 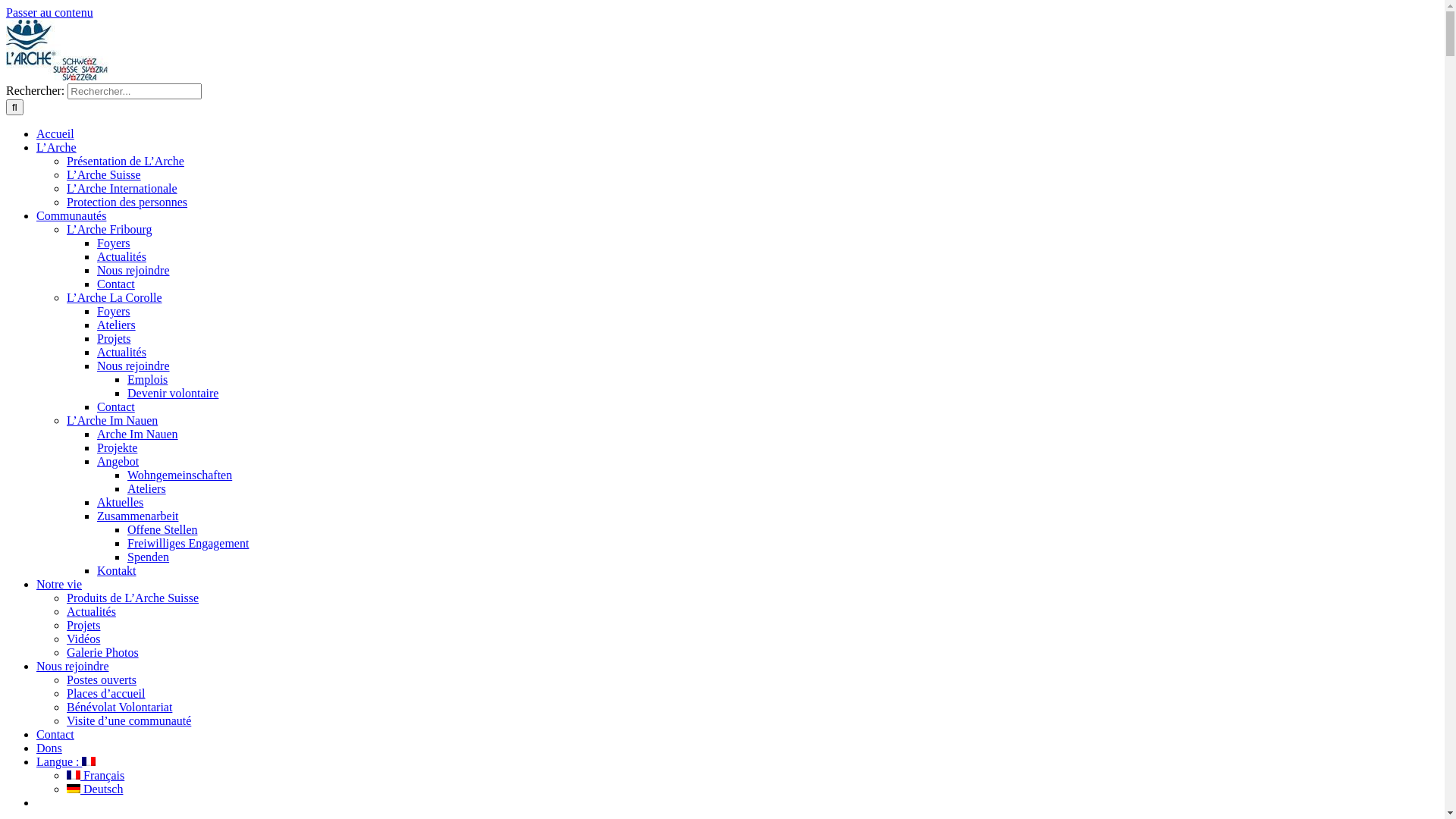 I want to click on 'Ateliers', so click(x=127, y=488).